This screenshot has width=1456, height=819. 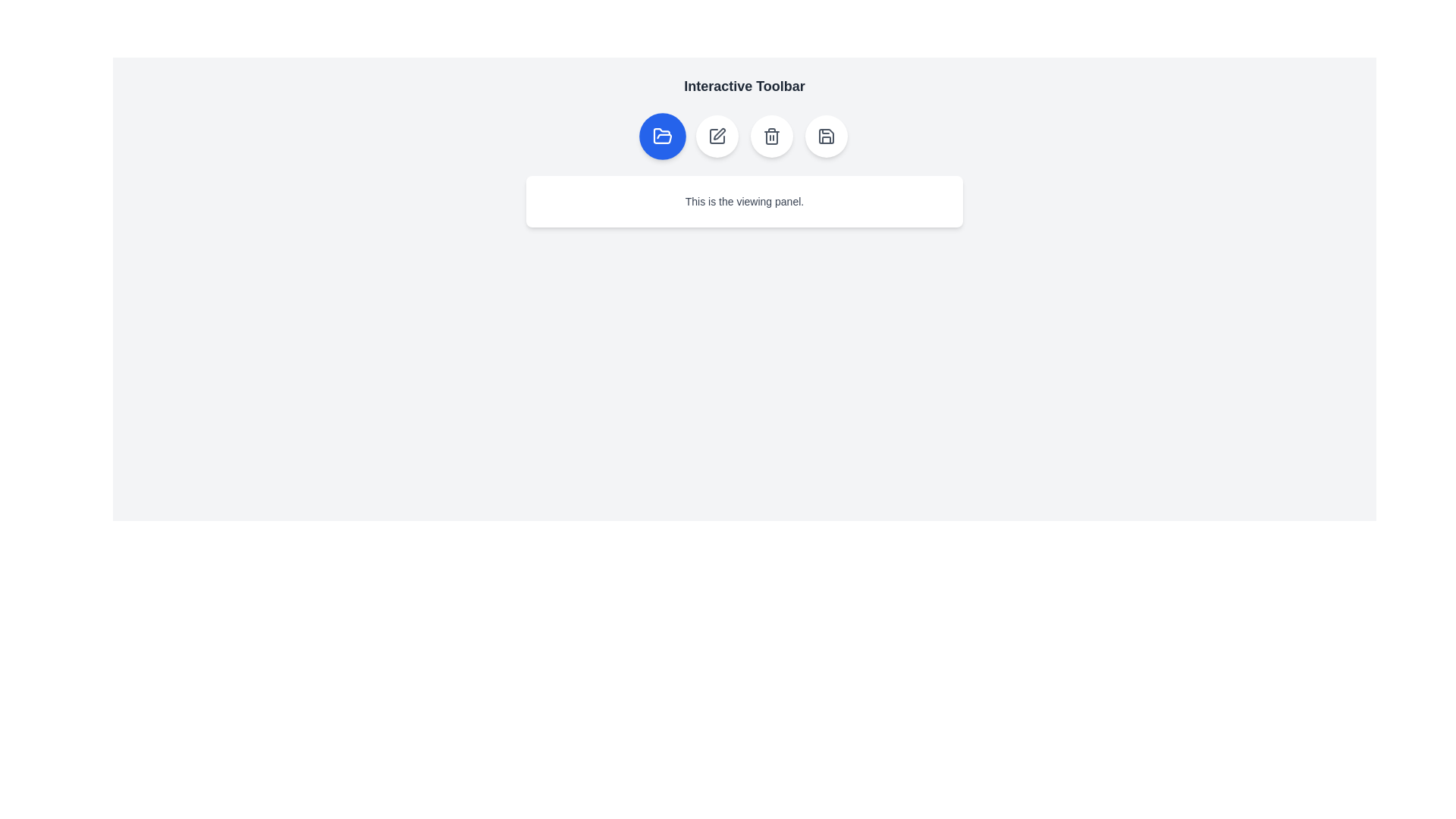 I want to click on the edit icon button, which is a square outline with a diagonal pen symbol, located centrally in the toolbar as the second icon from the left, so click(x=716, y=136).